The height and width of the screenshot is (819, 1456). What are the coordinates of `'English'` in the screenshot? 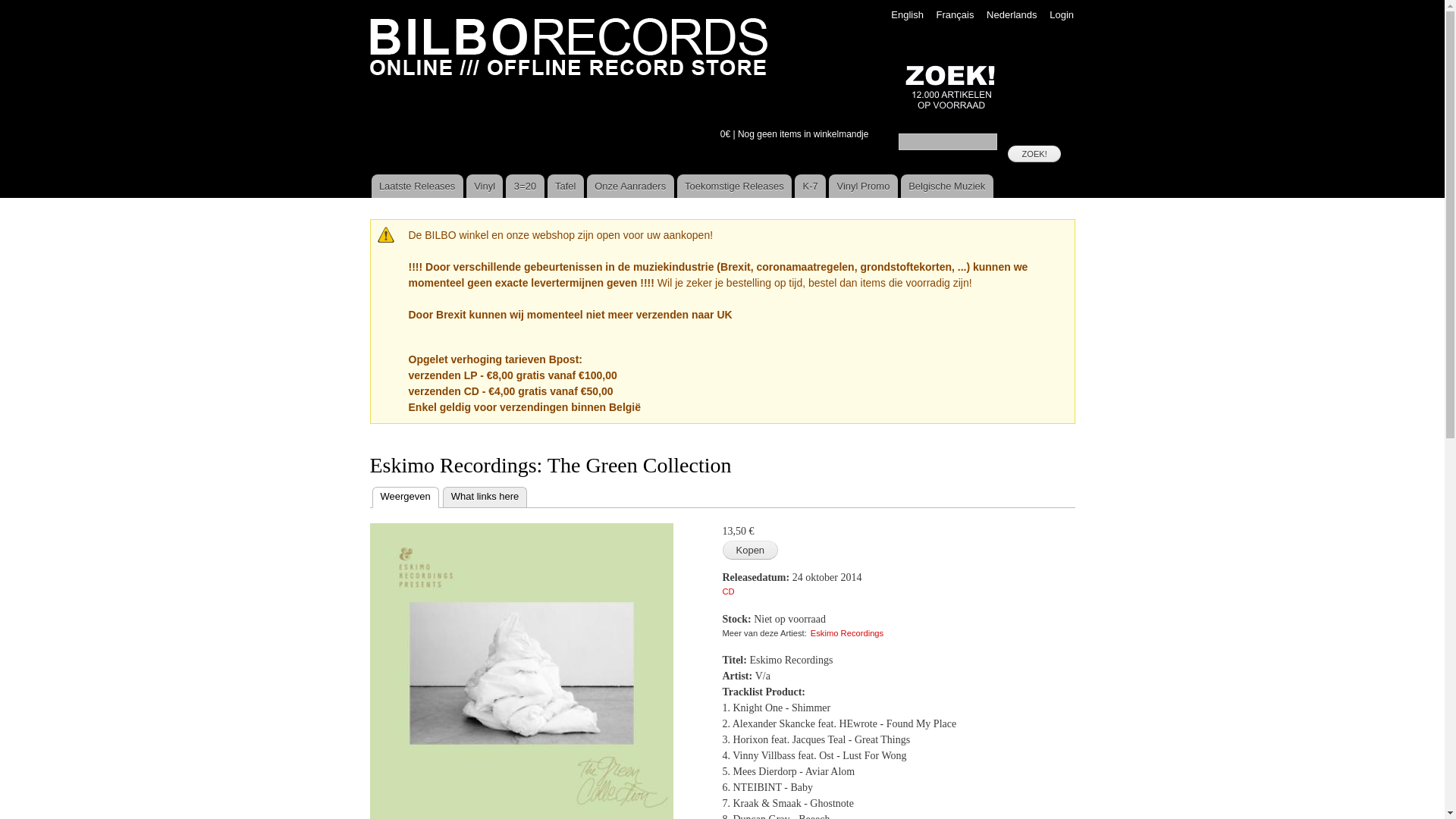 It's located at (907, 14).